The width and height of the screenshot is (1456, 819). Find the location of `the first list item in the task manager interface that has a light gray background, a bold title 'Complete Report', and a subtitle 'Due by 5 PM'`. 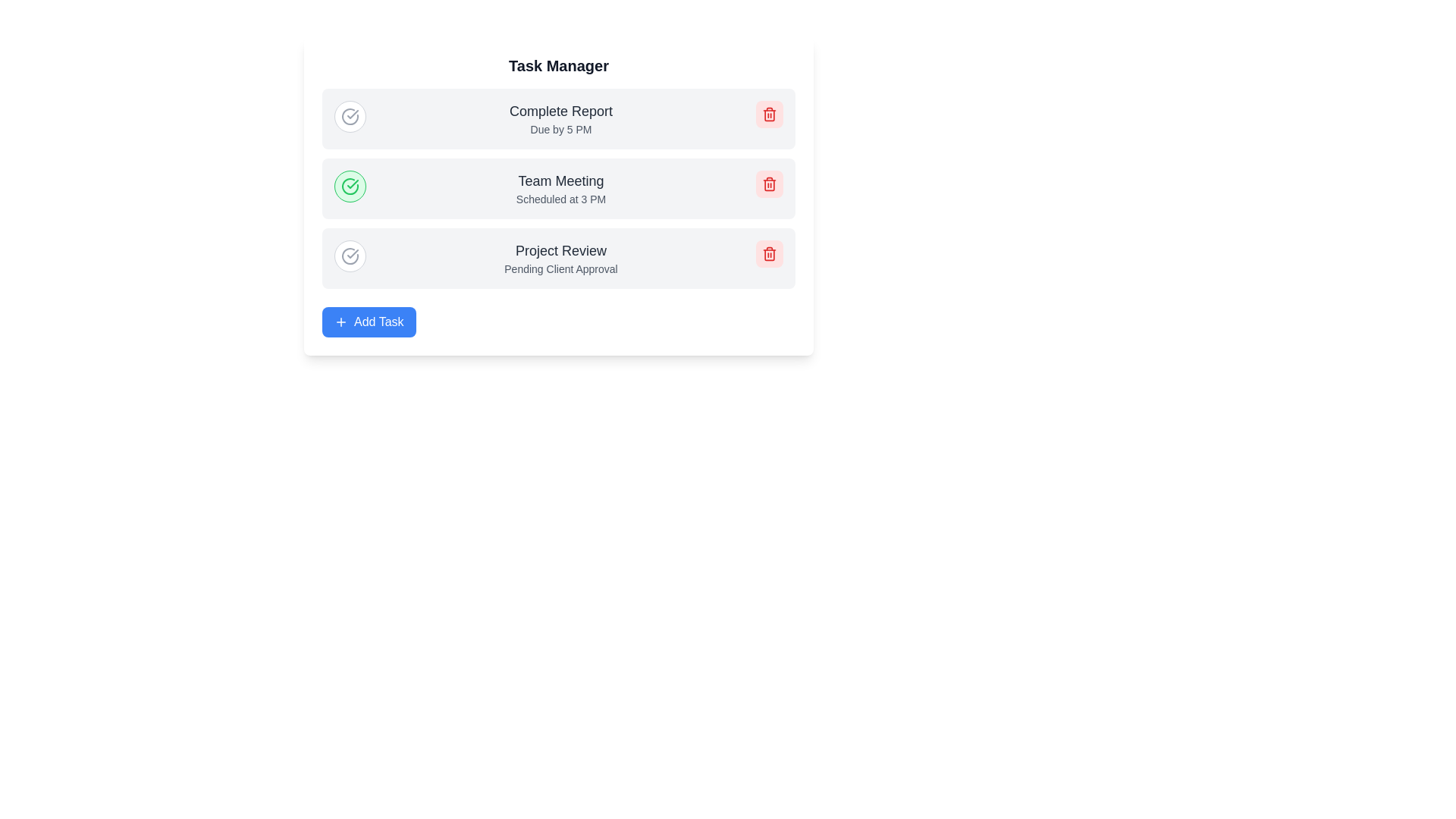

the first list item in the task manager interface that has a light gray background, a bold title 'Complete Report', and a subtitle 'Due by 5 PM' is located at coordinates (558, 118).